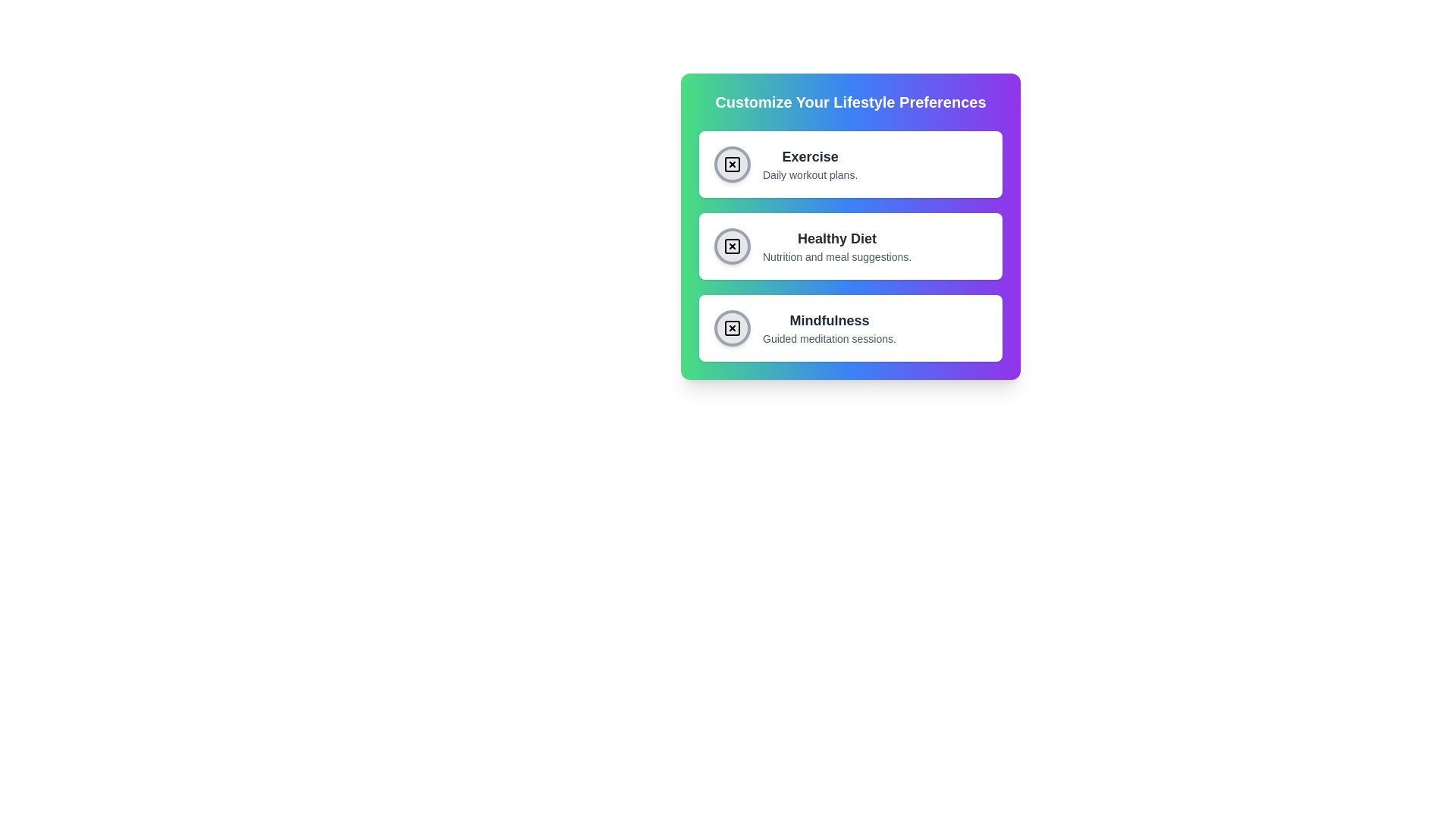 The width and height of the screenshot is (1456, 819). Describe the element at coordinates (851, 327) in the screenshot. I see `the 'Mindfulness' card, which has a white background, rounded corners, and contains the heading 'Mindfulness' in bold dark font along with the subtitle 'Guided meditation sessions.'` at that location.